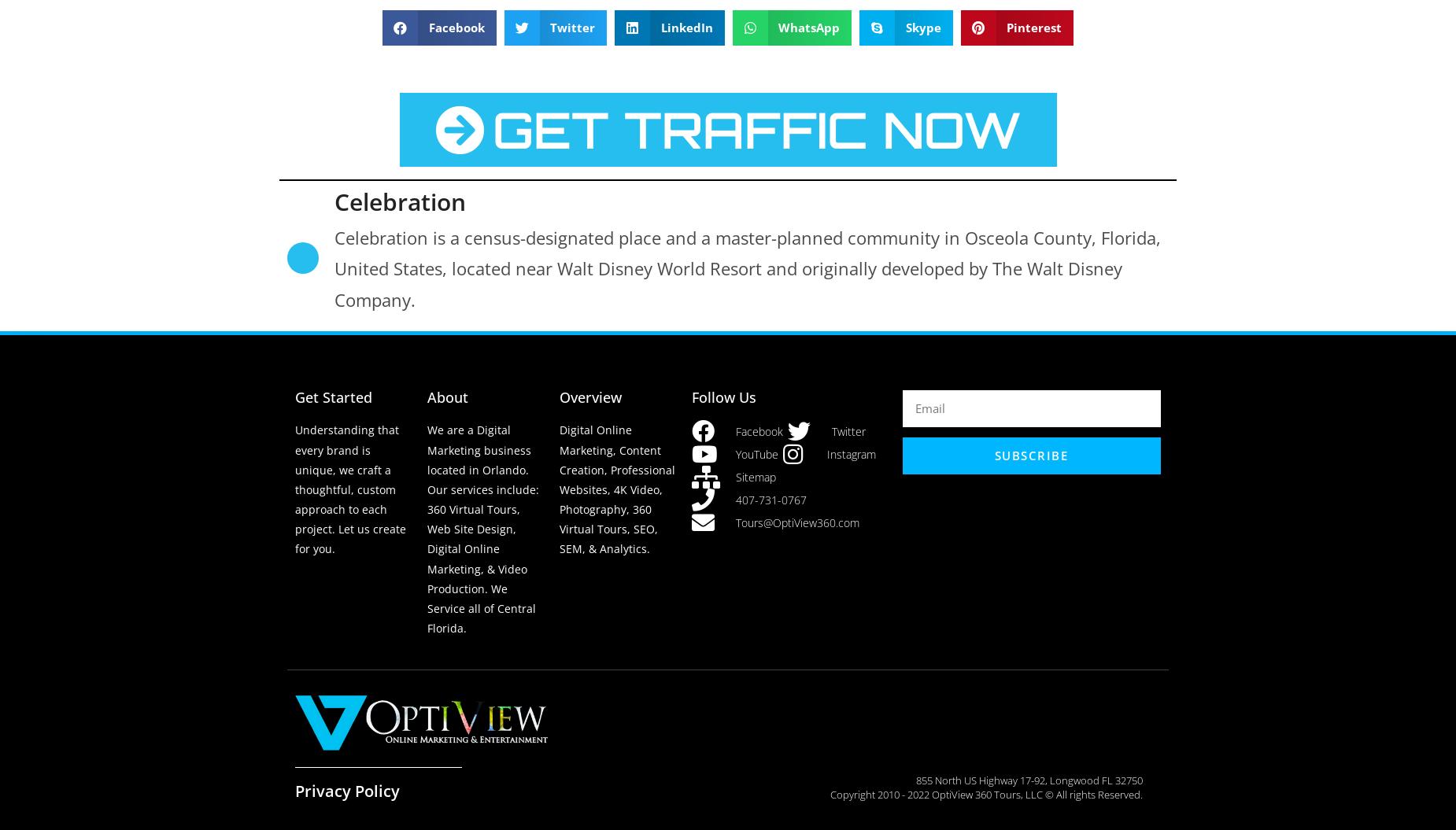  I want to click on 'Copyright 2010 - 2022 OptiView 360 Tours, LLC © All rights Reserved.', so click(985, 793).